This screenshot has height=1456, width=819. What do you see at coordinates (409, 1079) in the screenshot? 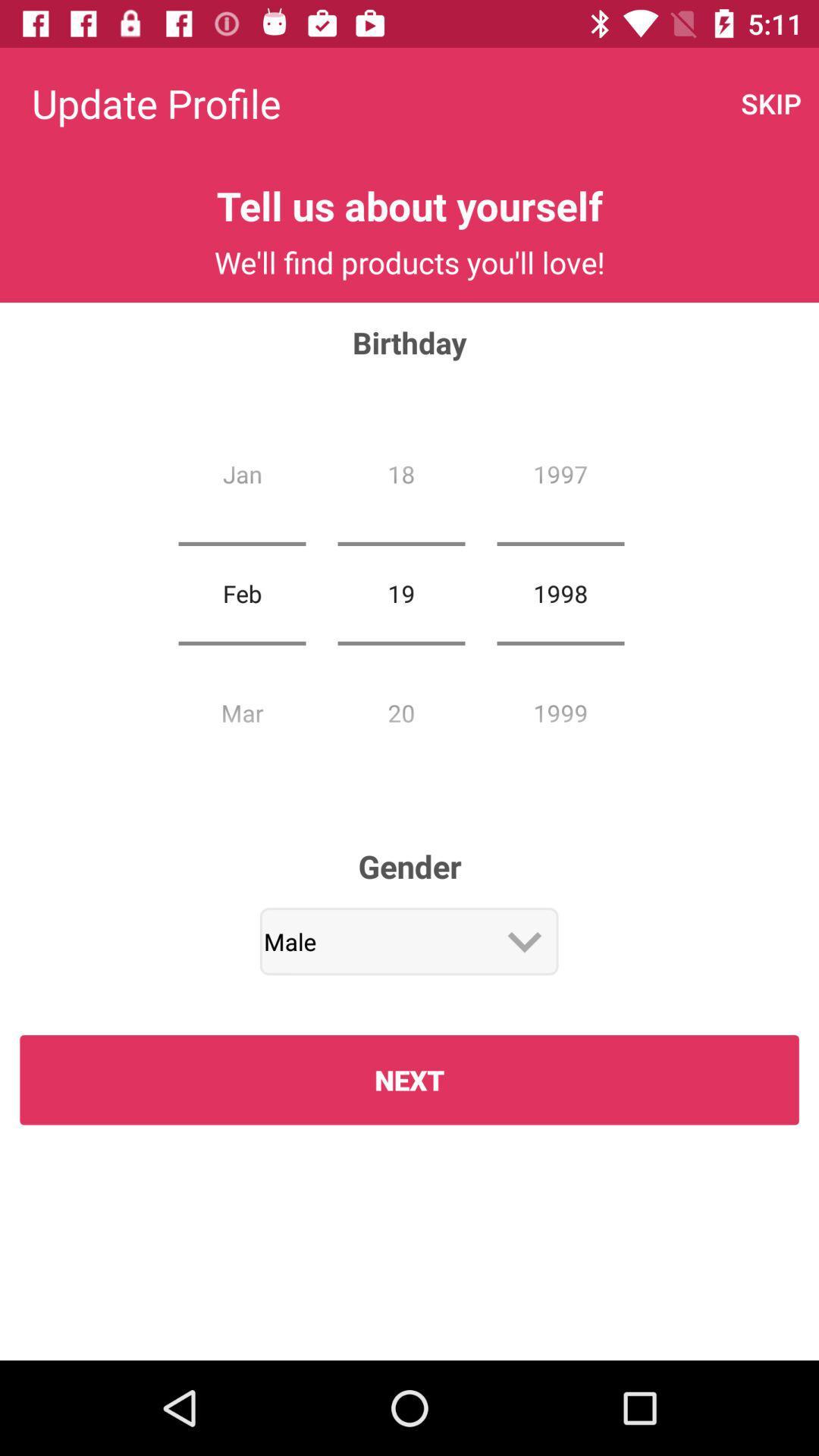
I see `next` at bounding box center [409, 1079].